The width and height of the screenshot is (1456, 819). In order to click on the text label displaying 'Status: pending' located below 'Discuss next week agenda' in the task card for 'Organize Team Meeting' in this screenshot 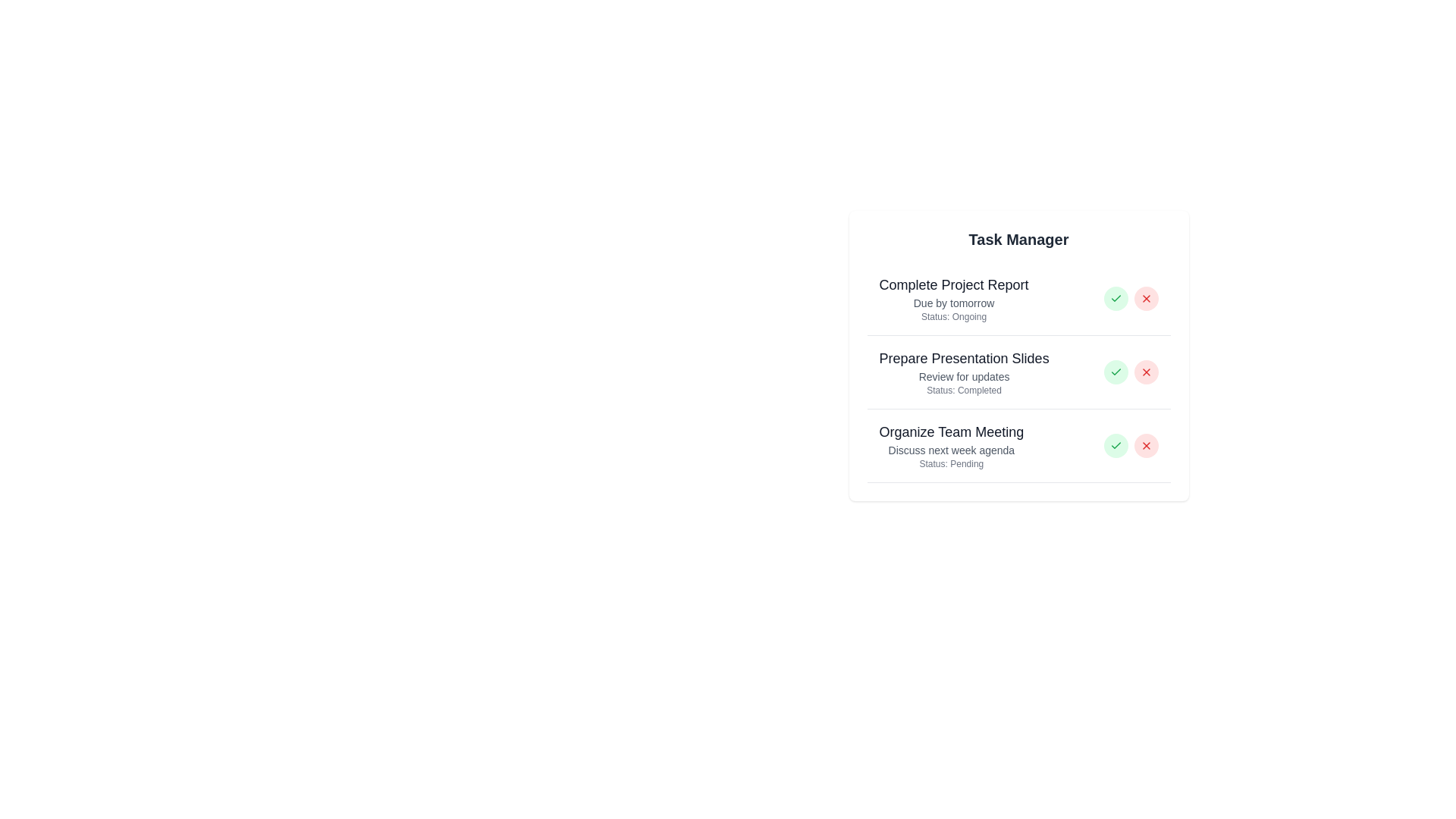, I will do `click(950, 463)`.